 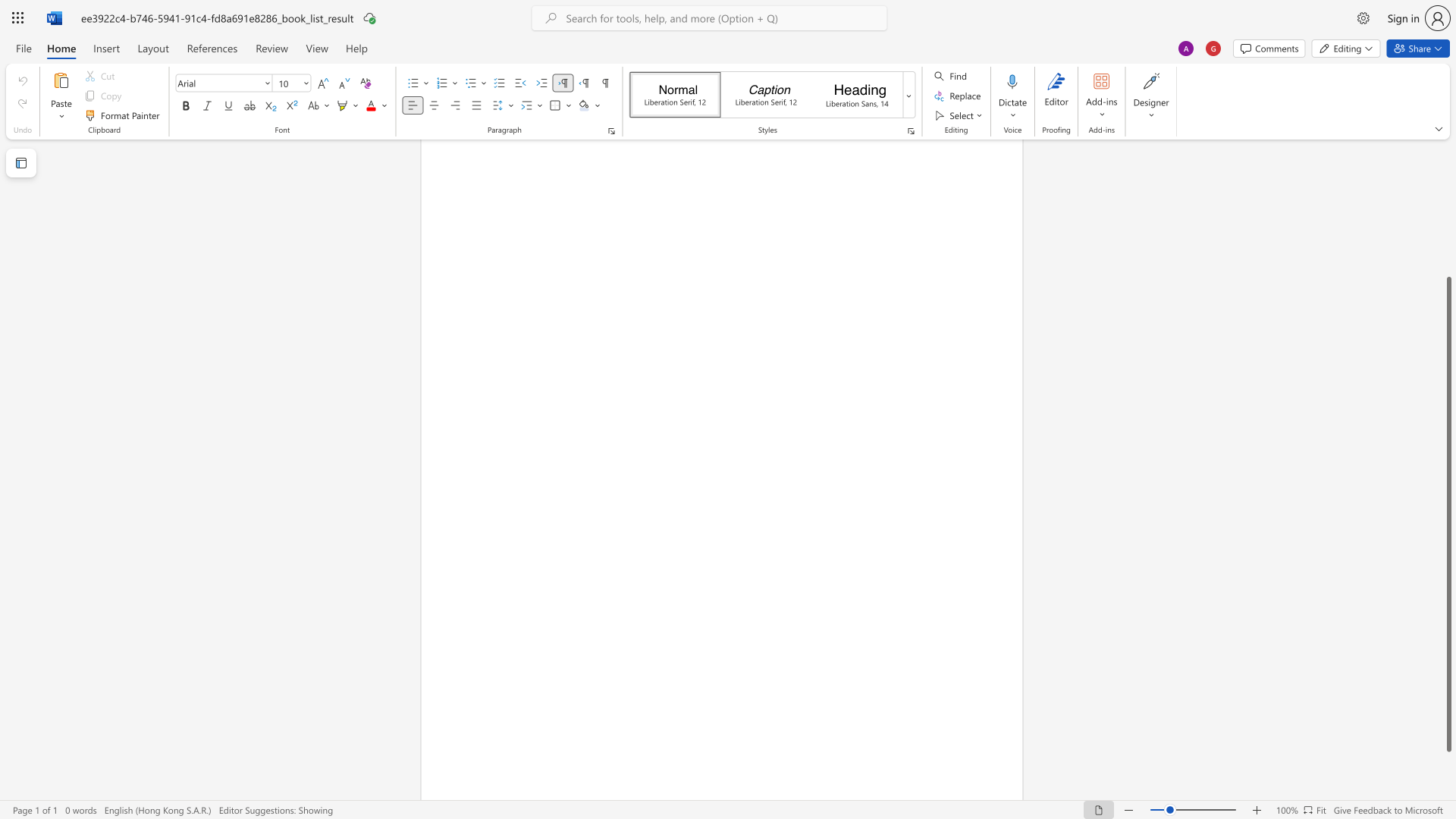 What do you see at coordinates (1448, 180) in the screenshot?
I see `the scrollbar to move the view up` at bounding box center [1448, 180].